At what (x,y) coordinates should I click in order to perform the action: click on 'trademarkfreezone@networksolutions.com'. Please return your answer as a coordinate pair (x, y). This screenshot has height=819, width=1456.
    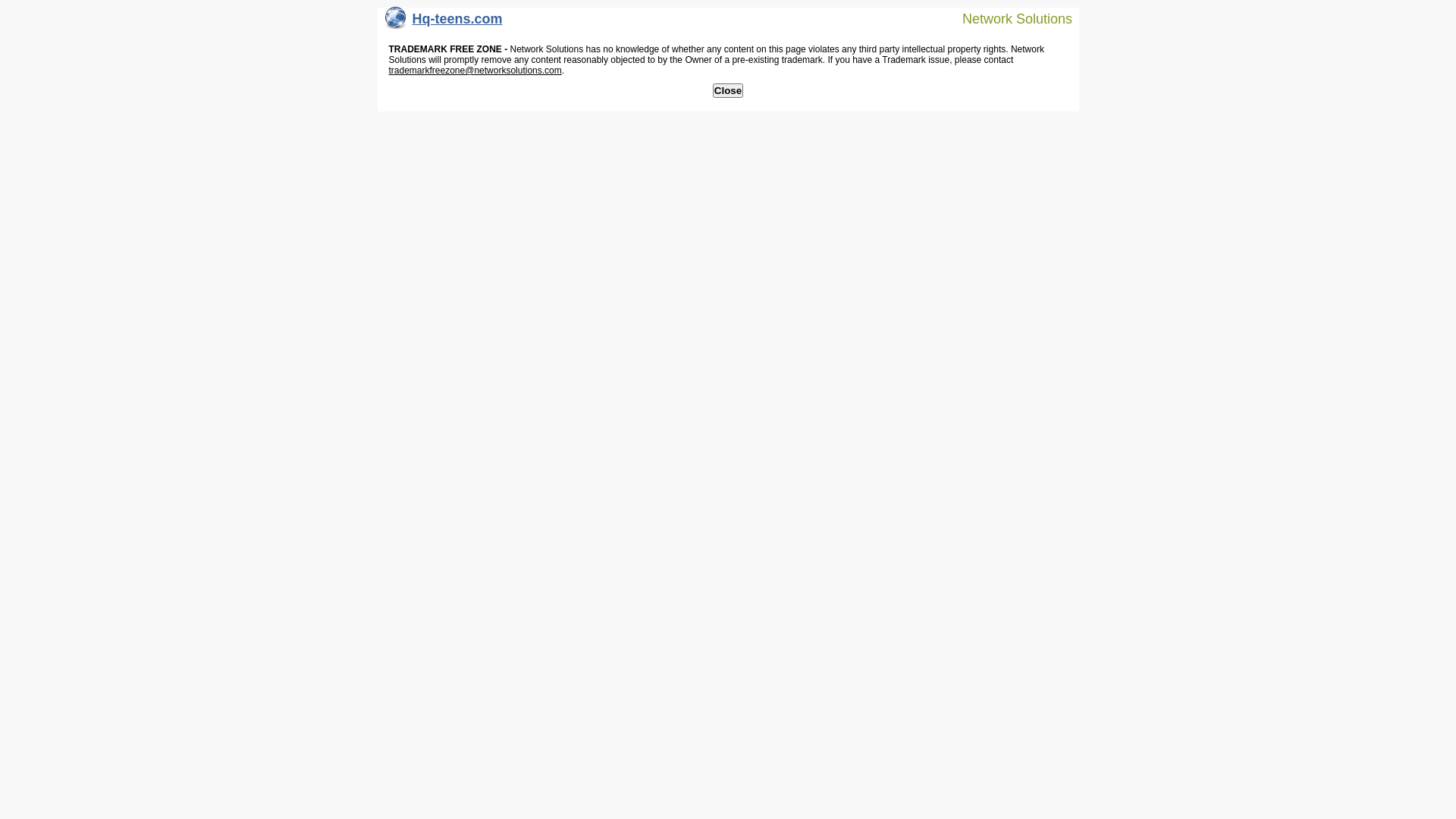
    Looking at the image, I should click on (473, 70).